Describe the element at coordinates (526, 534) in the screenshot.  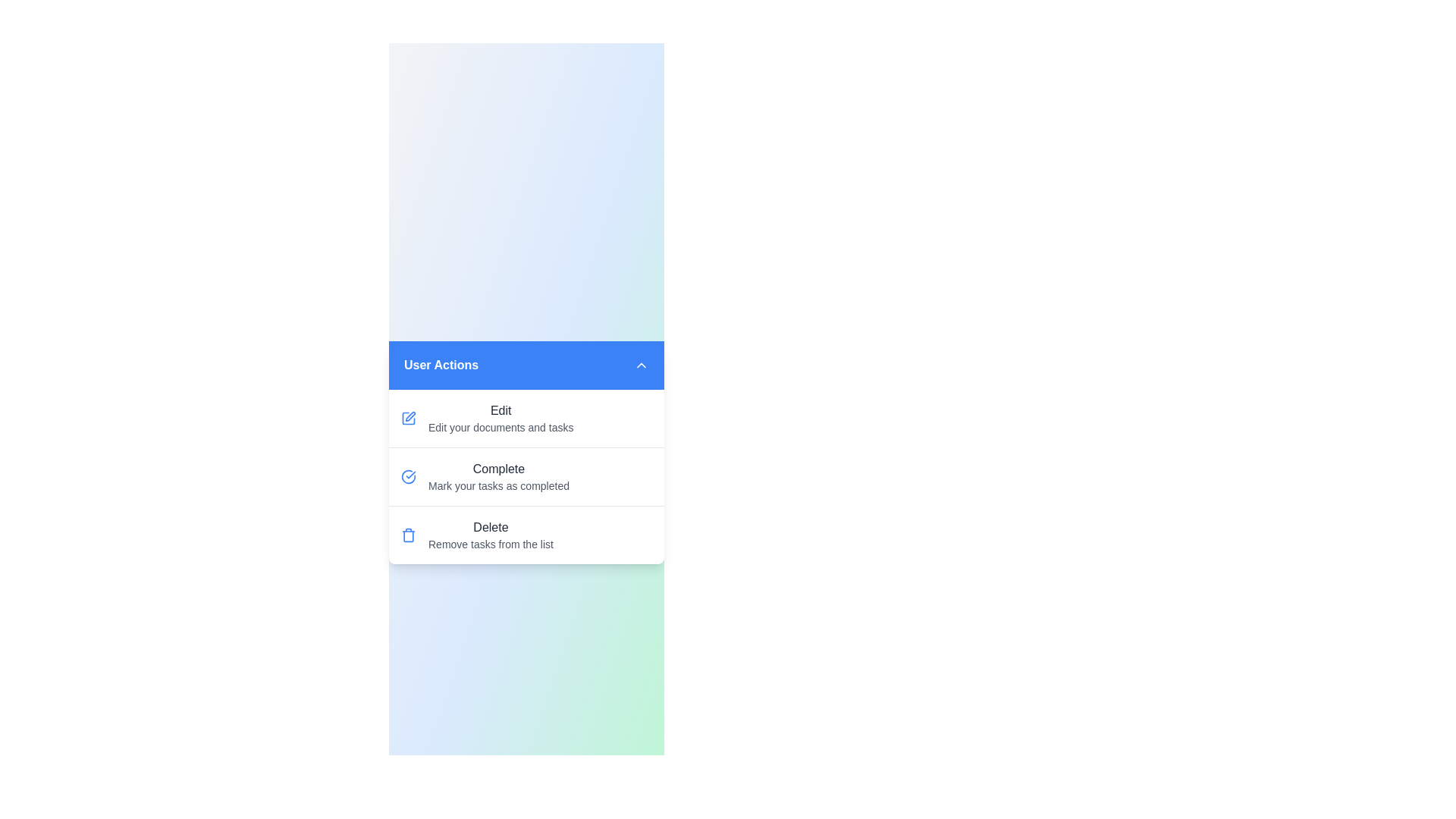
I see `the 'Delete' menu item in the list` at that location.